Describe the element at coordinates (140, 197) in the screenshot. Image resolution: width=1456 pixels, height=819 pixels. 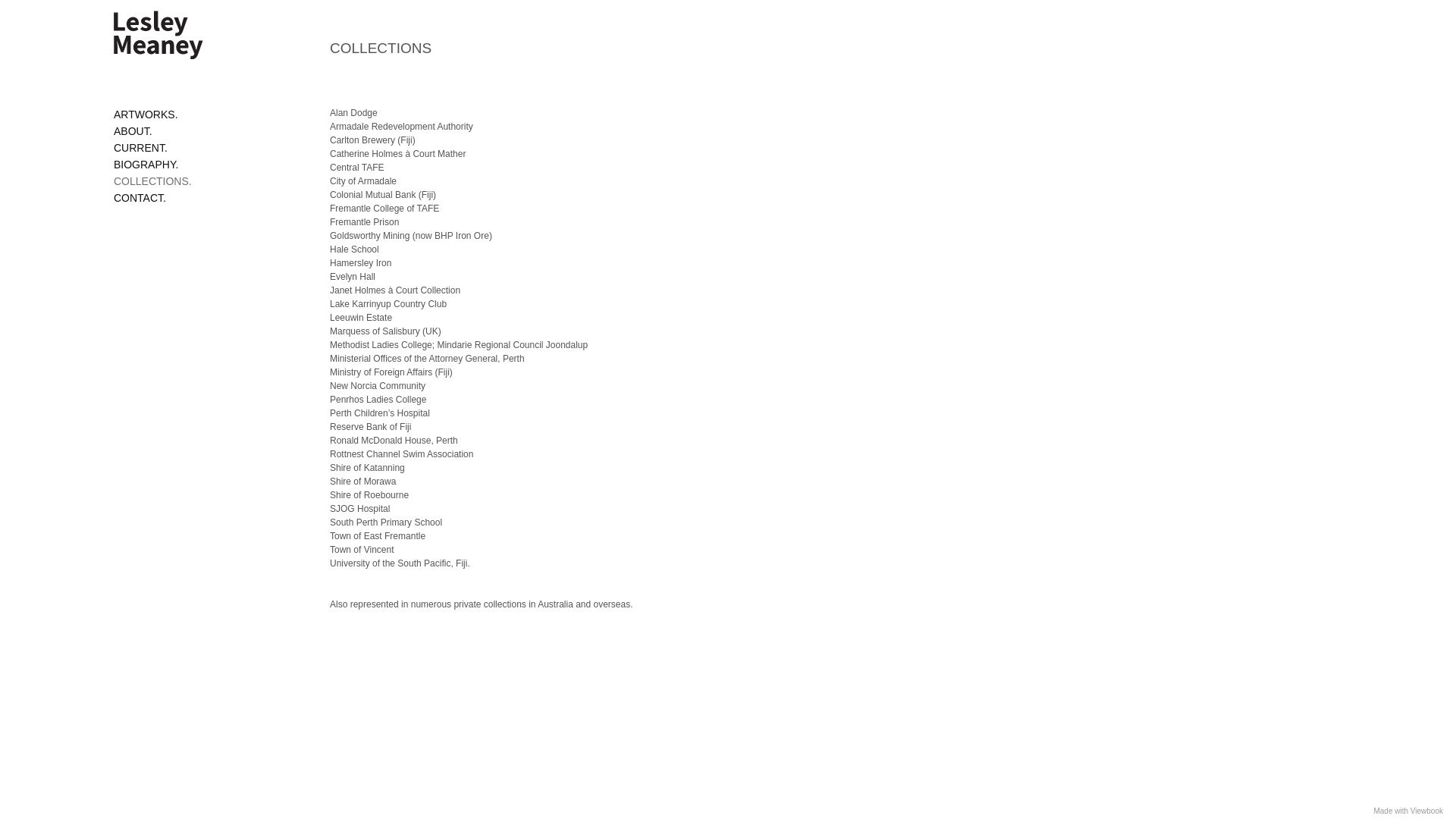
I see `'CONTACT.'` at that location.